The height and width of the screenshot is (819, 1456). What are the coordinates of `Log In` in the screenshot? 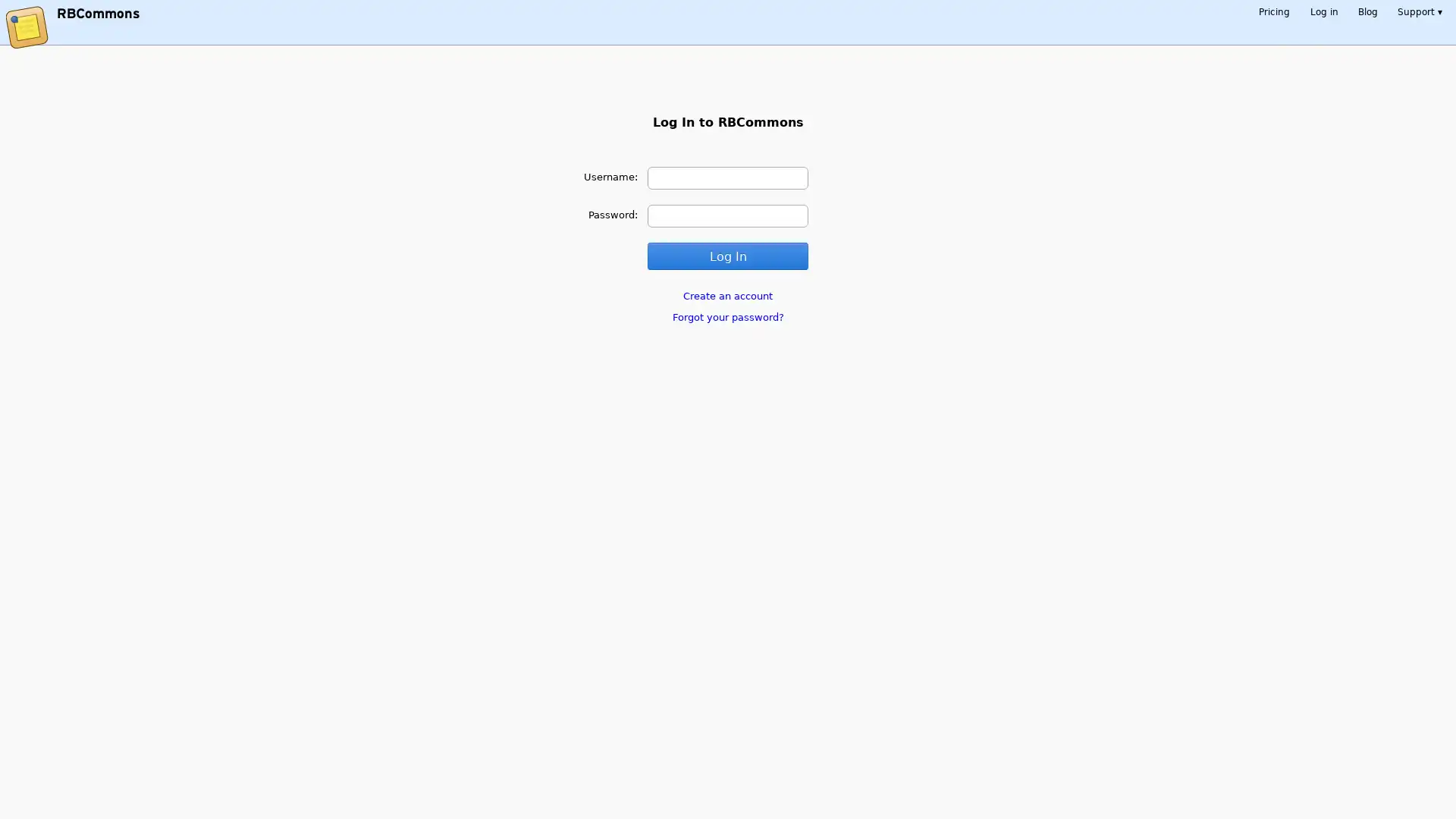 It's located at (726, 255).